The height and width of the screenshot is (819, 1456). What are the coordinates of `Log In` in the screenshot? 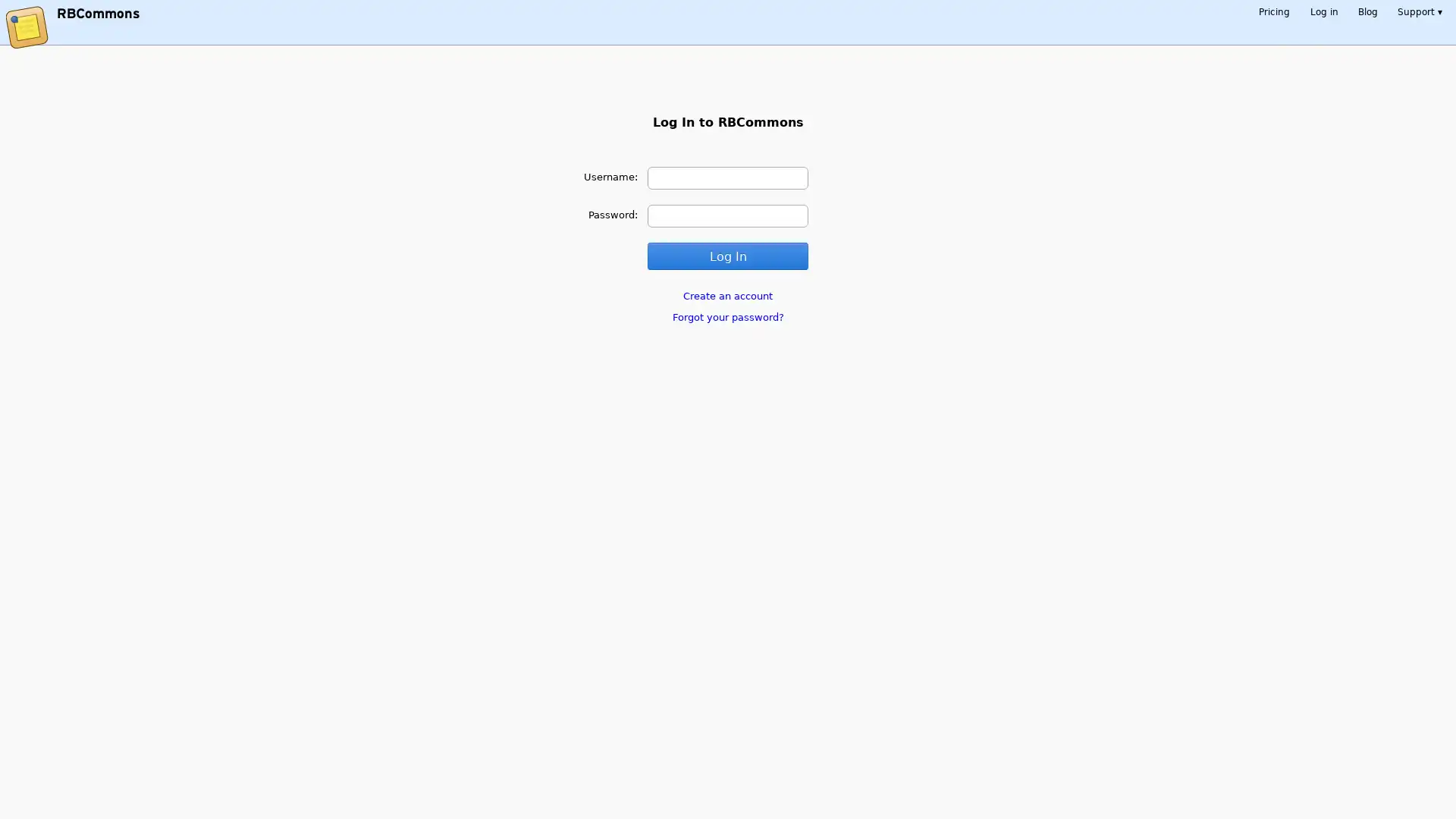 It's located at (726, 255).